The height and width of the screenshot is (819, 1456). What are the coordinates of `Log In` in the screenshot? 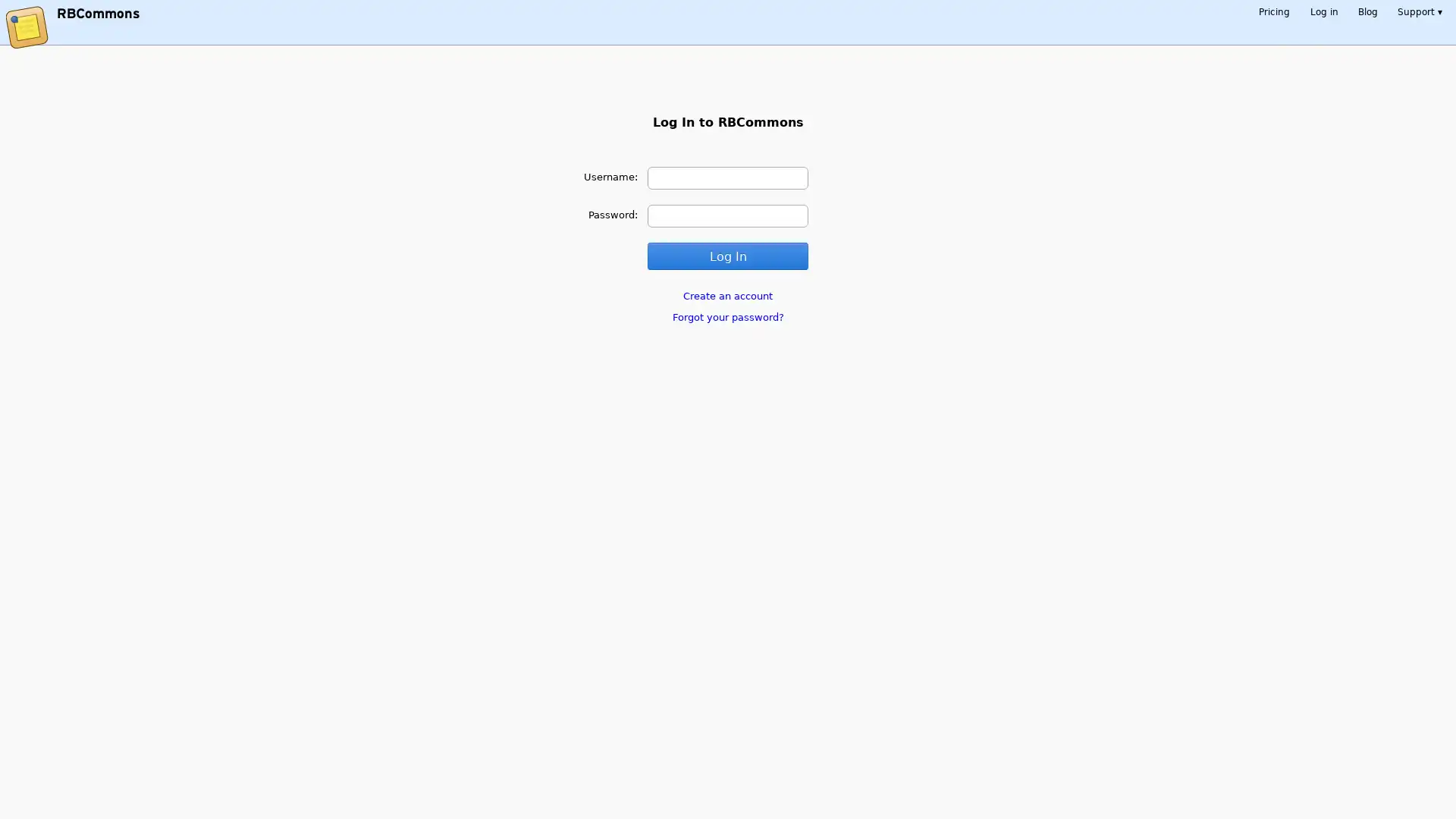 It's located at (726, 255).